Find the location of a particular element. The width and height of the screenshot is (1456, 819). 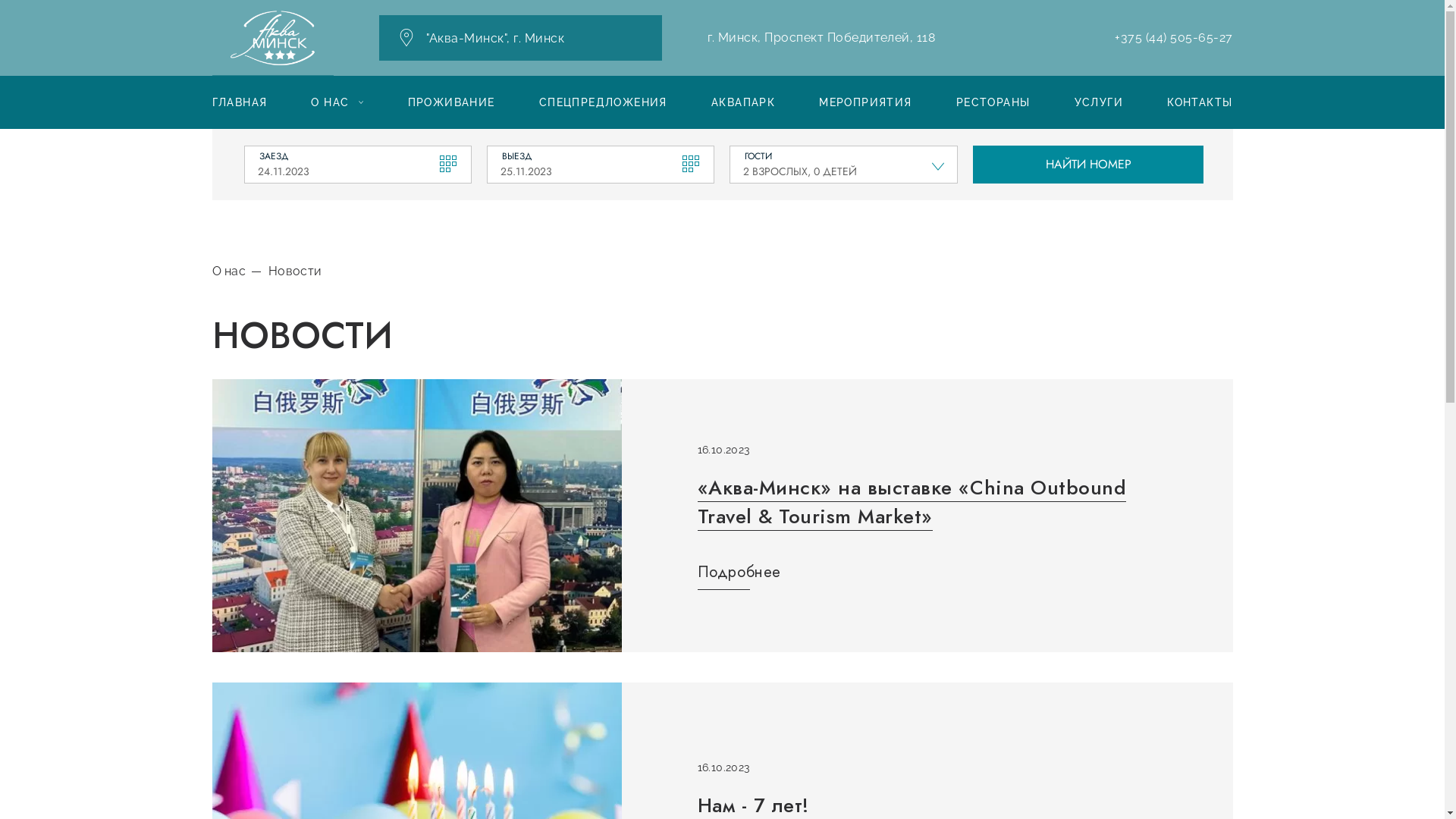

'+375 (44) 505-65-27' is located at coordinates (1172, 37).